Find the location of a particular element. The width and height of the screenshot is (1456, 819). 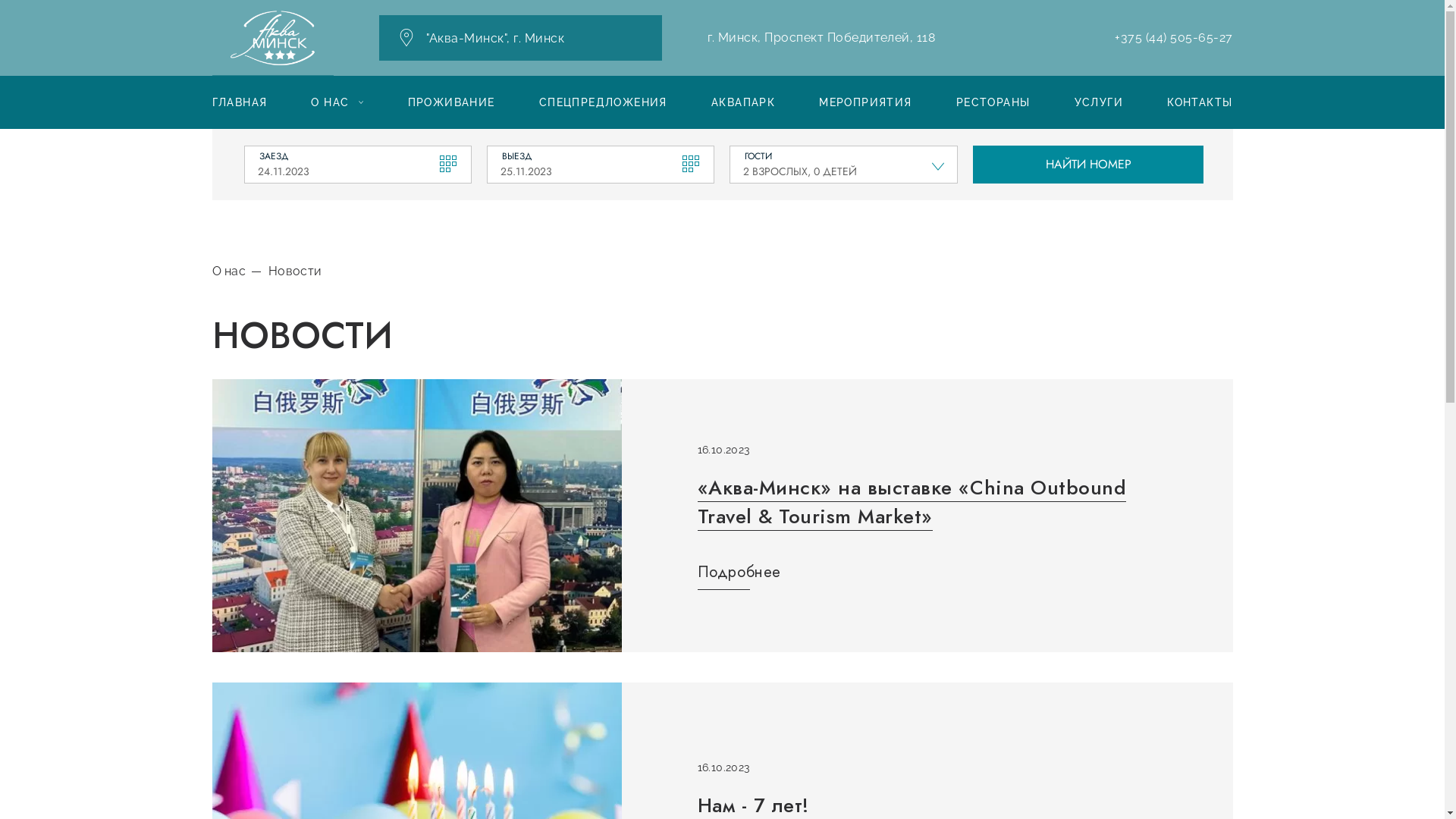

'+375 (44) 505-65-27' is located at coordinates (1172, 37).